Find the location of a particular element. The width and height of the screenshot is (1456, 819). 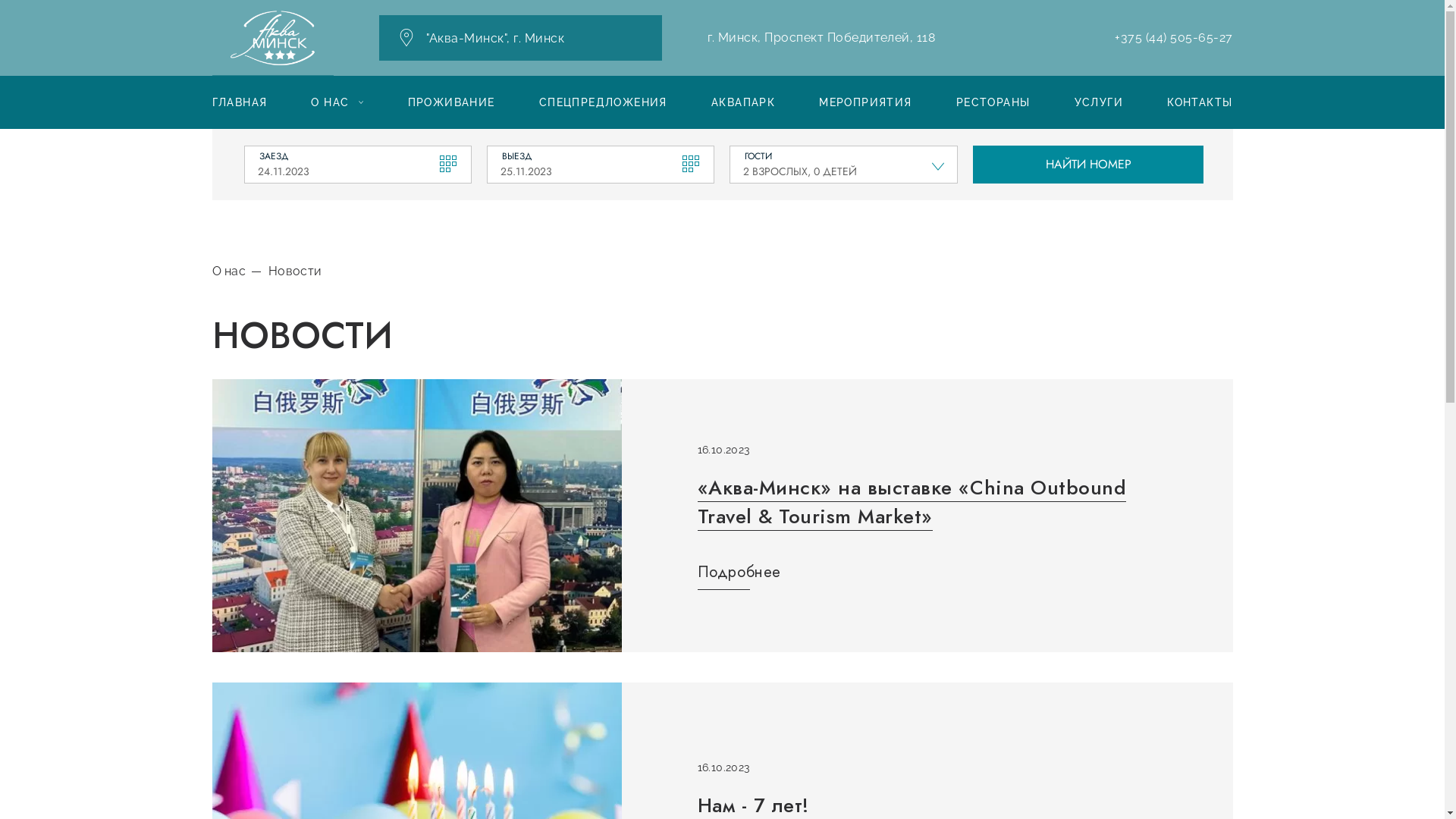

'+375 (44) 505-65-27' is located at coordinates (1172, 37).